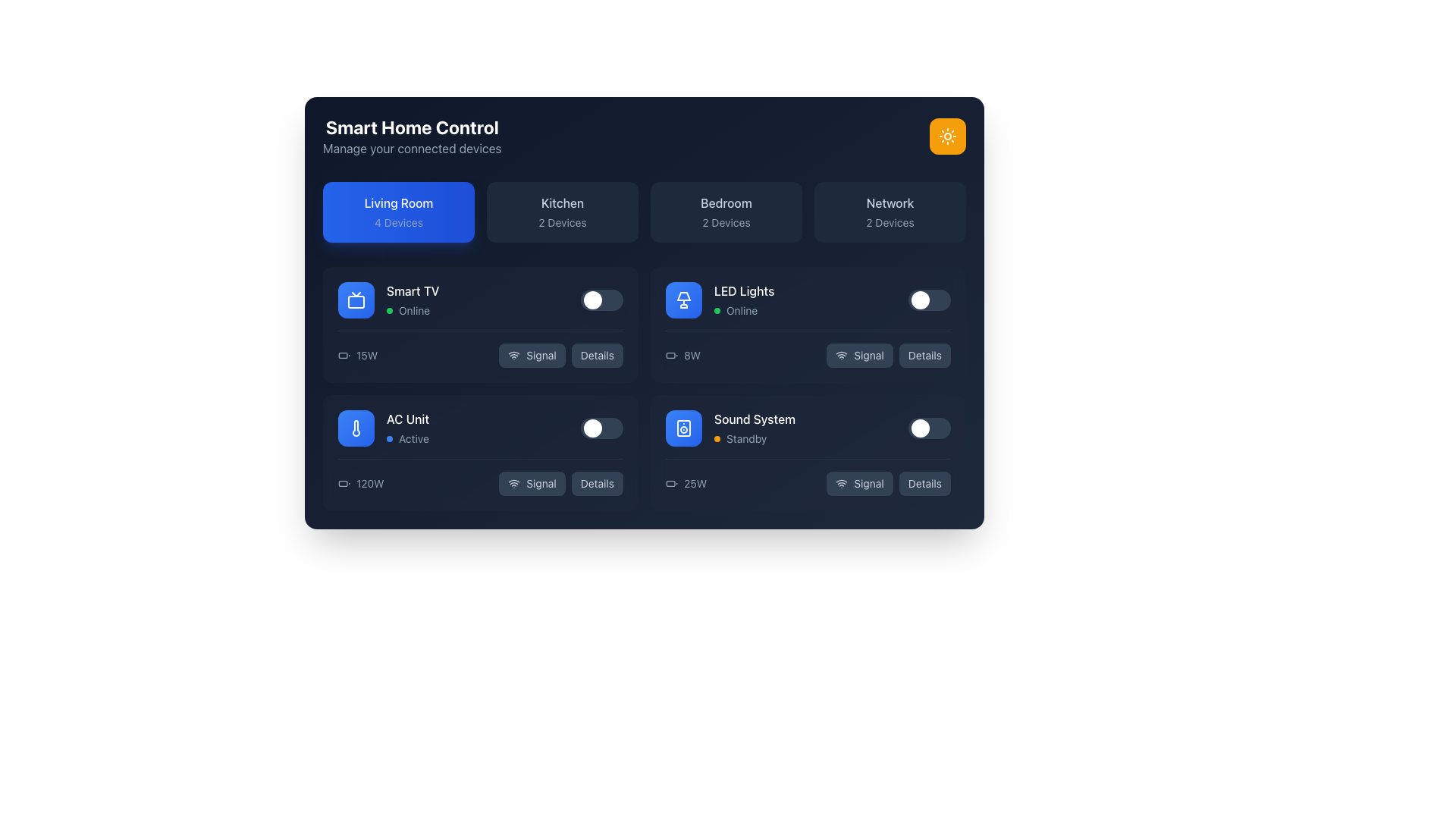 The width and height of the screenshot is (1456, 819). I want to click on the Device status display element, which includes a lamp icon on a blue rounded square background with the text 'LED Lights' and 'Online', so click(719, 300).